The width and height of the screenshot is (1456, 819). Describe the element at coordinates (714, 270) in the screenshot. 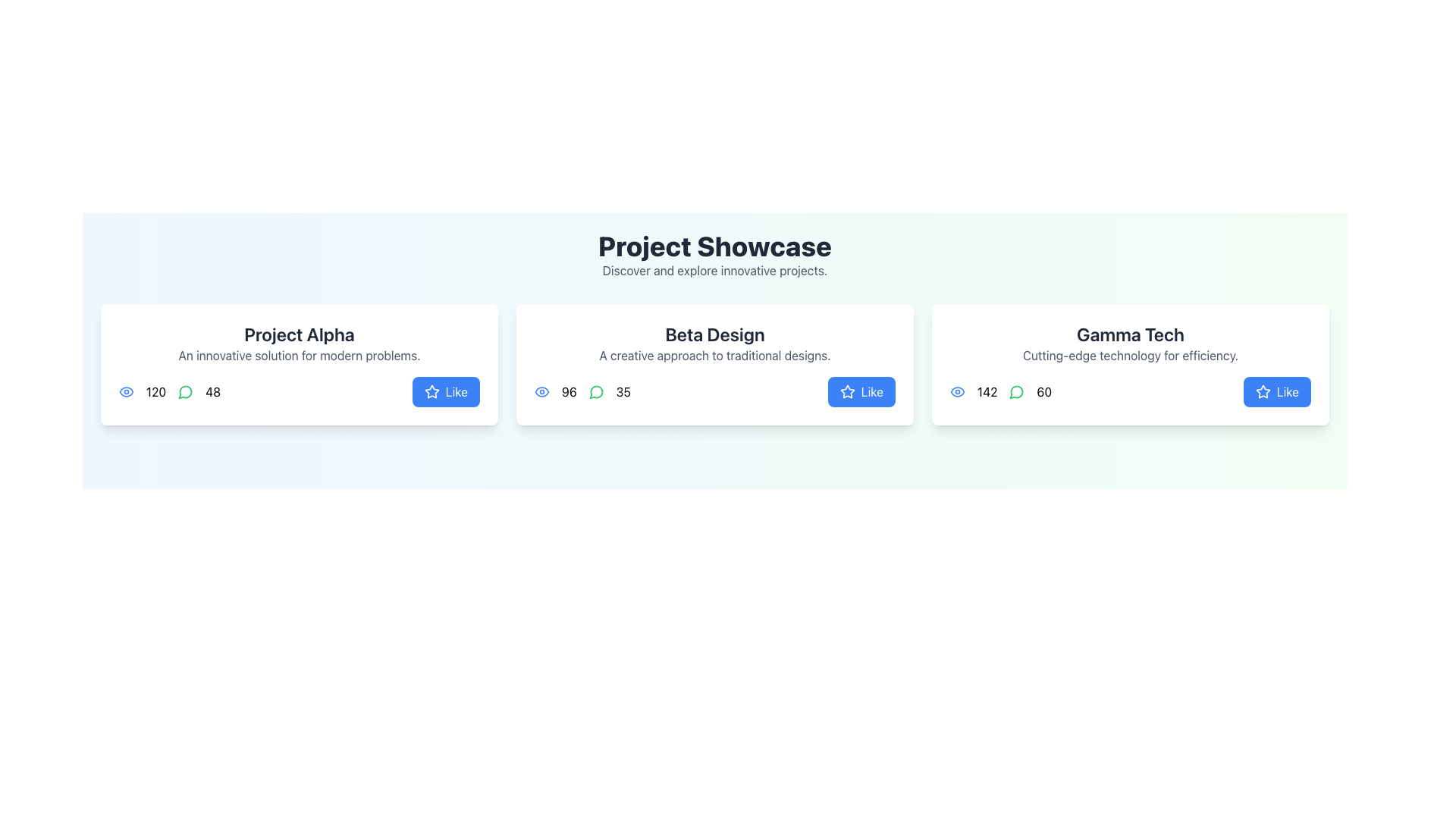

I see `the static text element that provides context for the 'Project Showcase' section, located directly under the bold heading` at that location.